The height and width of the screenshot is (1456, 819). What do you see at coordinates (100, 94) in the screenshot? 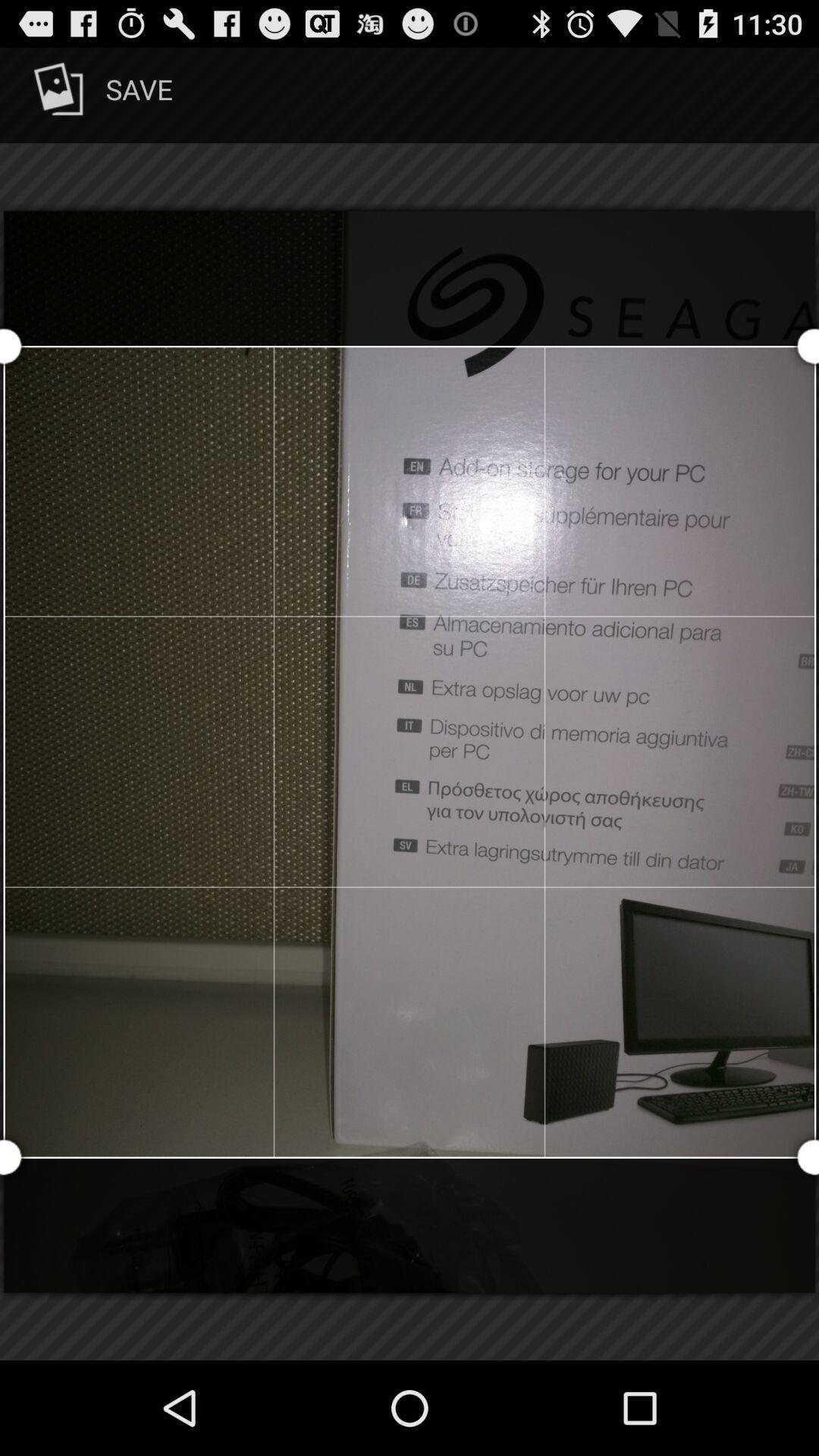
I see `item at the top left corner` at bounding box center [100, 94].